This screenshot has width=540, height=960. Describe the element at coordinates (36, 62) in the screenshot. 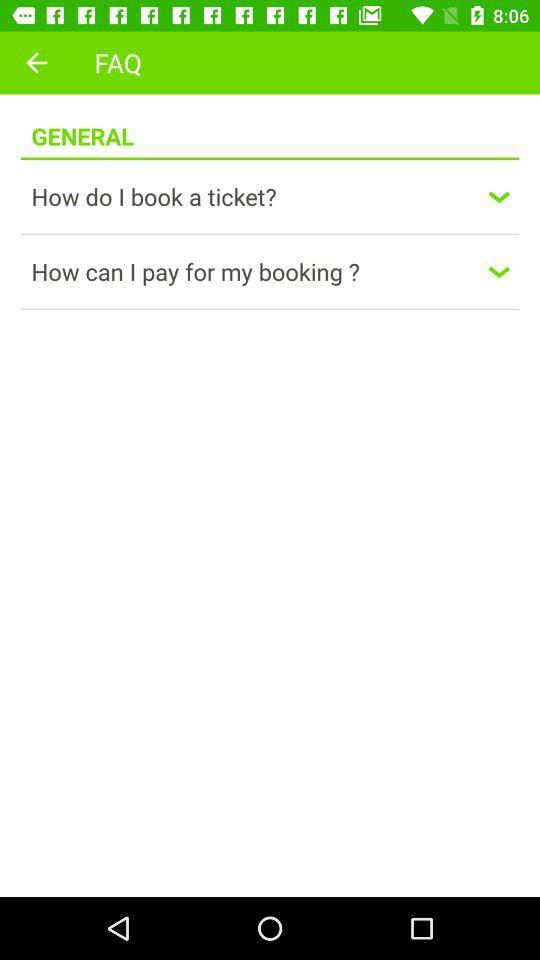

I see `item next to the faq` at that location.